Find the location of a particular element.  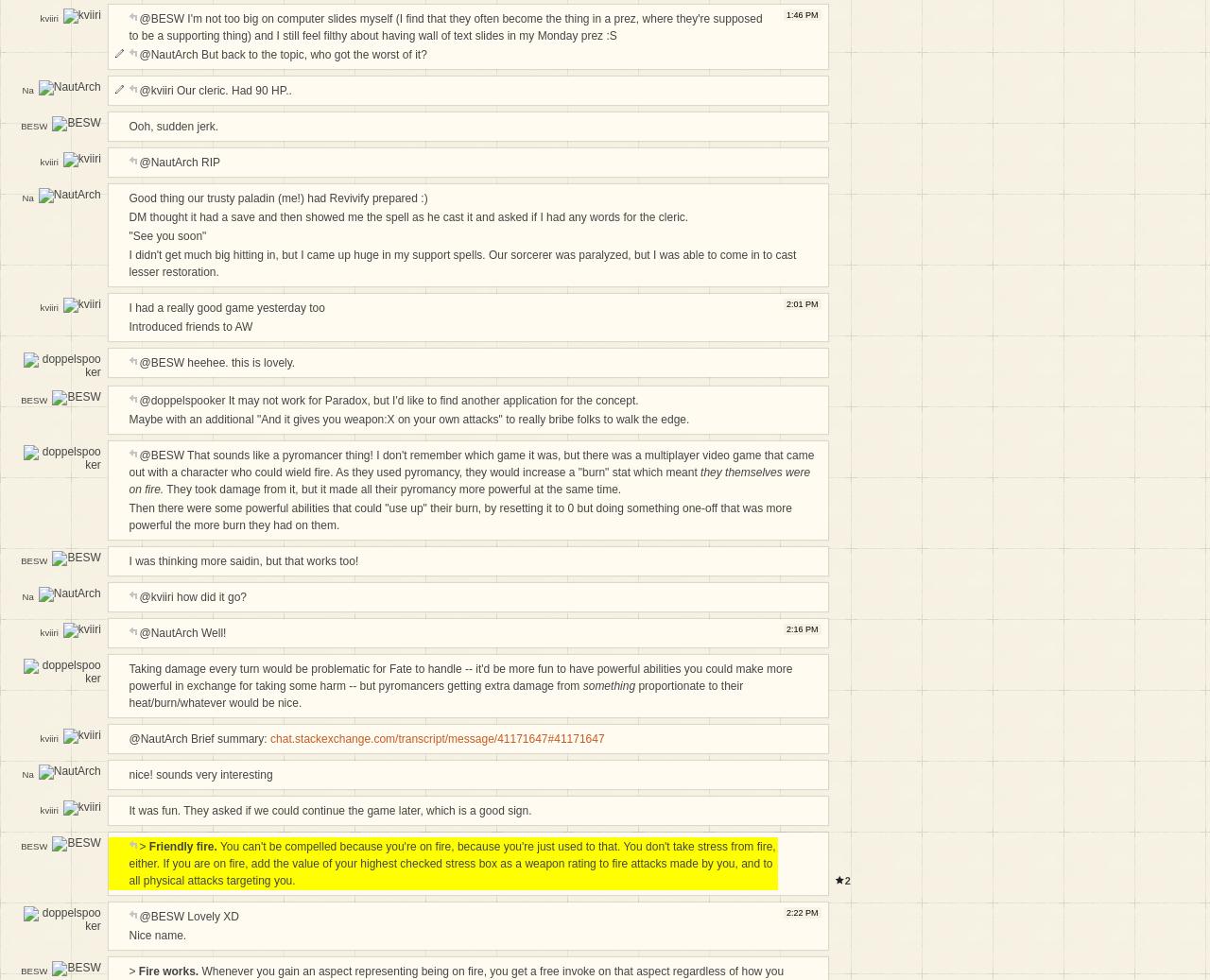

'@NautArch Brief summary:' is located at coordinates (199, 739).